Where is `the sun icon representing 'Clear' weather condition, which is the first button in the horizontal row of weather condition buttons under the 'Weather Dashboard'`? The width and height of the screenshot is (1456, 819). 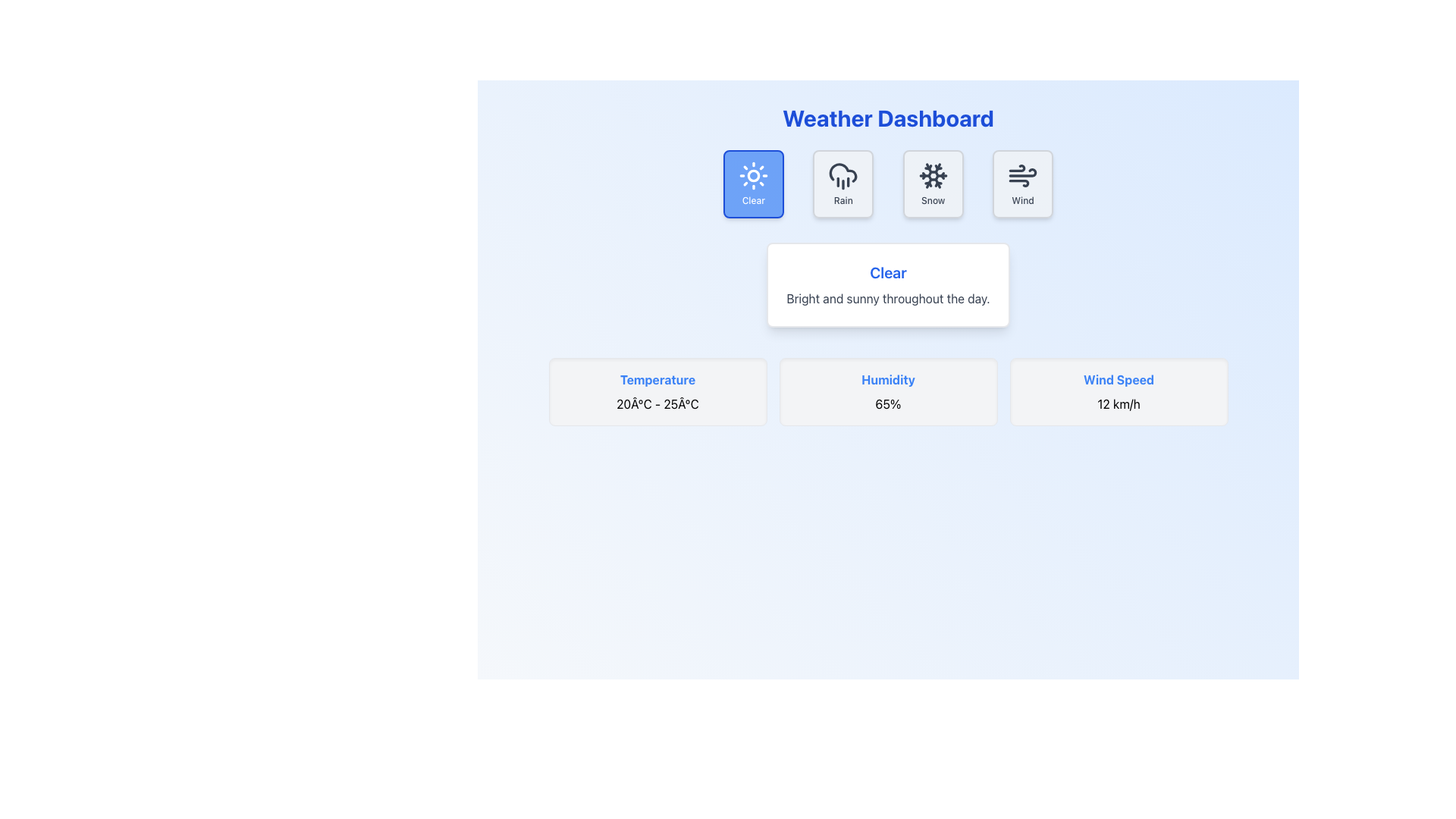
the sun icon representing 'Clear' weather condition, which is the first button in the horizontal row of weather condition buttons under the 'Weather Dashboard' is located at coordinates (753, 174).